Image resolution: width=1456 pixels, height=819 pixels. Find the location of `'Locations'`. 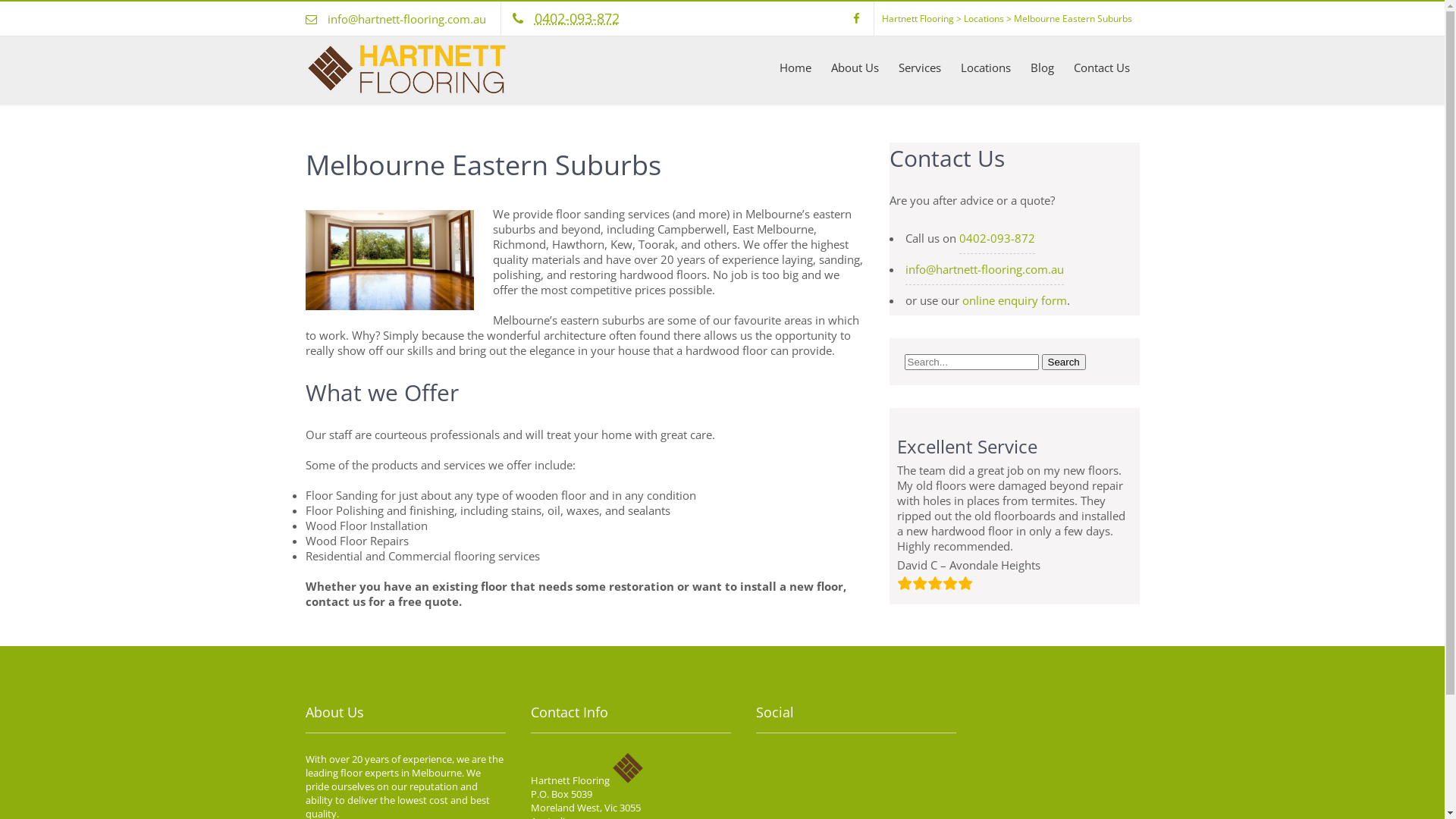

'Locations' is located at coordinates (986, 66).